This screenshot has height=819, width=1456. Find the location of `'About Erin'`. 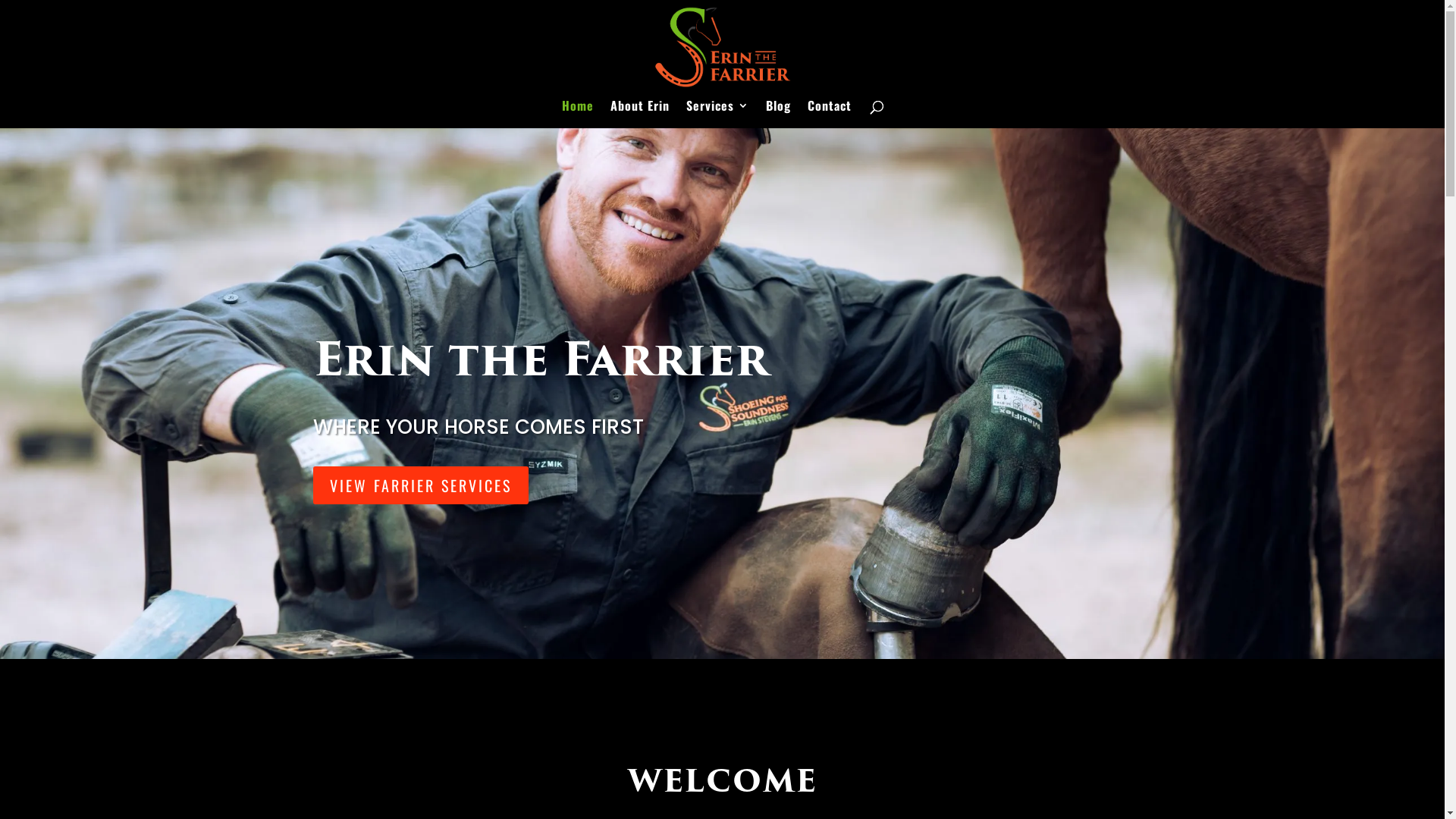

'About Erin' is located at coordinates (610, 113).